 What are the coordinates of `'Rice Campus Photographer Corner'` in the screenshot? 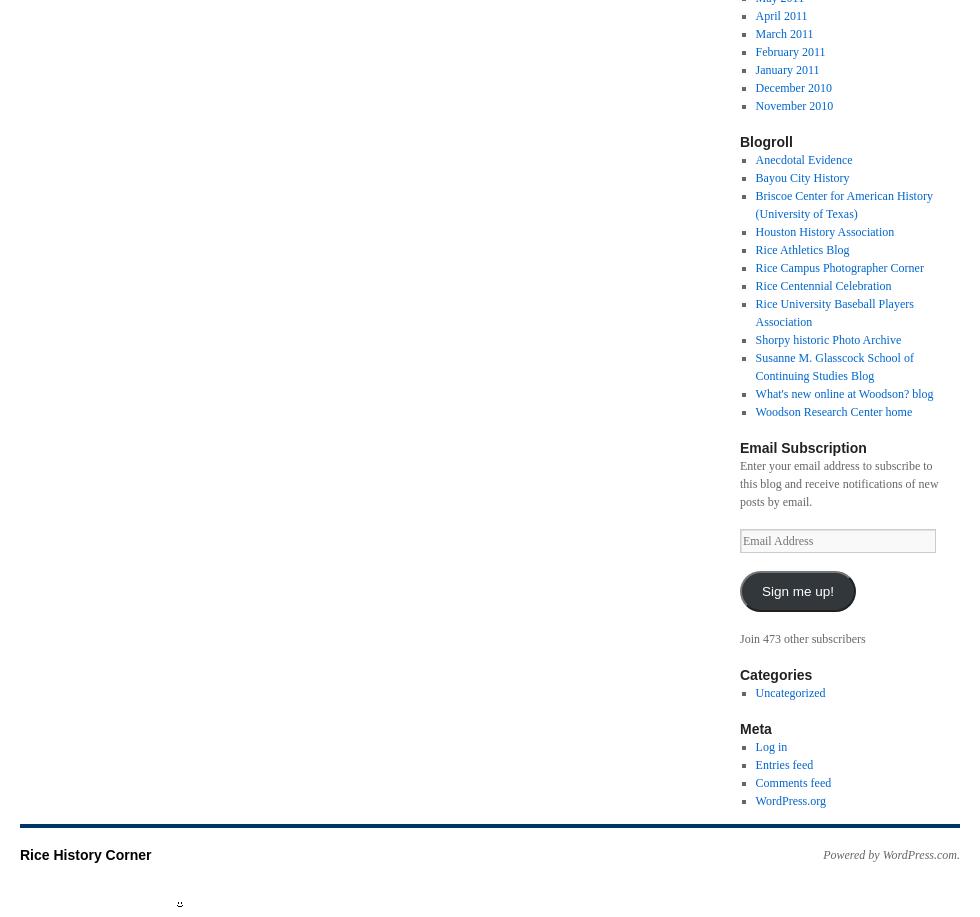 It's located at (838, 268).